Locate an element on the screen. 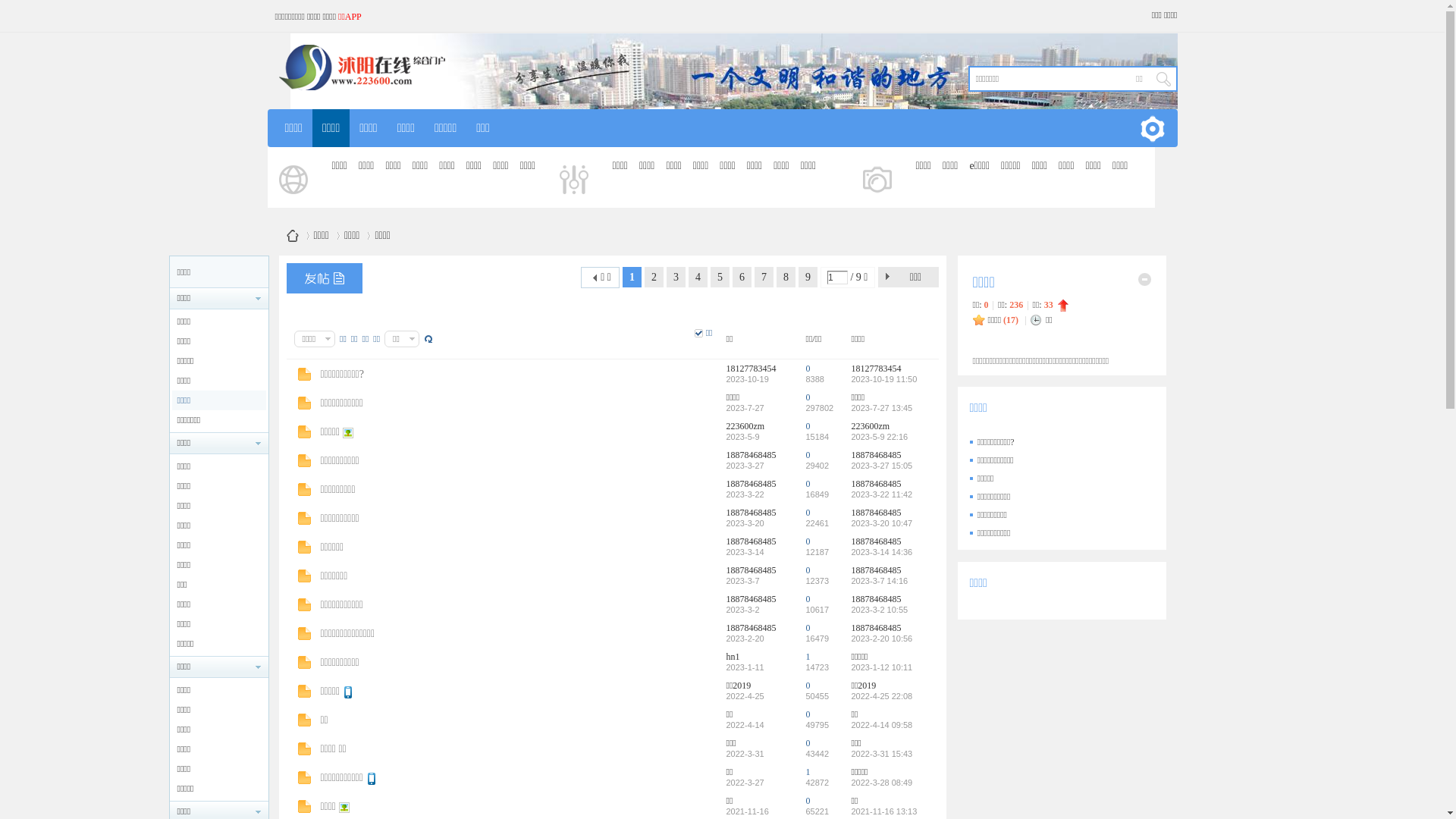 The image size is (1456, 819). '2023-10-19 11:50' is located at coordinates (851, 378).